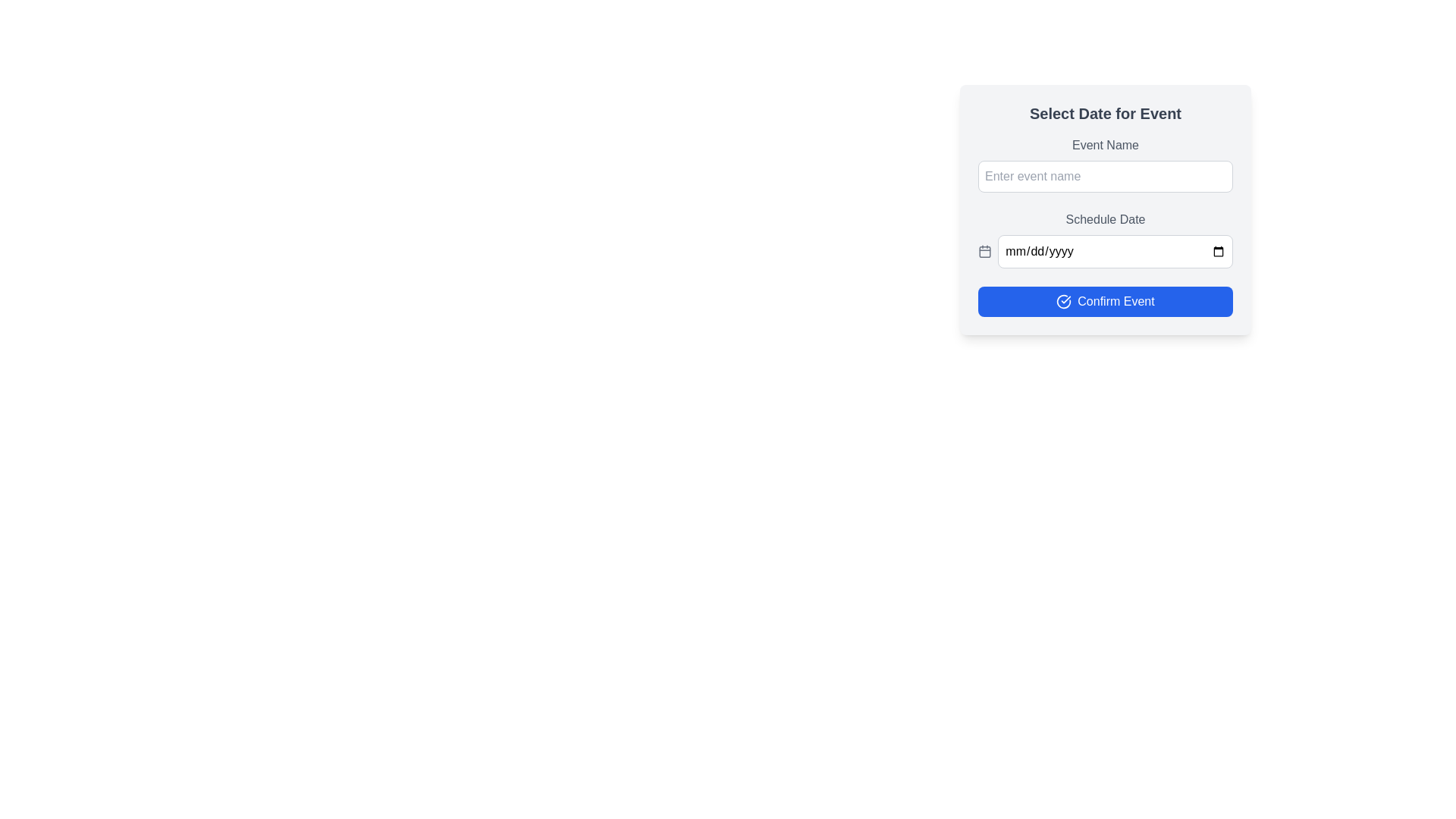  Describe the element at coordinates (1063, 301) in the screenshot. I see `the confirmation icon located on the left side of the 'Confirm Event' button, which symbolizes confirmation and is positioned before the text 'Confirm Event'` at that location.